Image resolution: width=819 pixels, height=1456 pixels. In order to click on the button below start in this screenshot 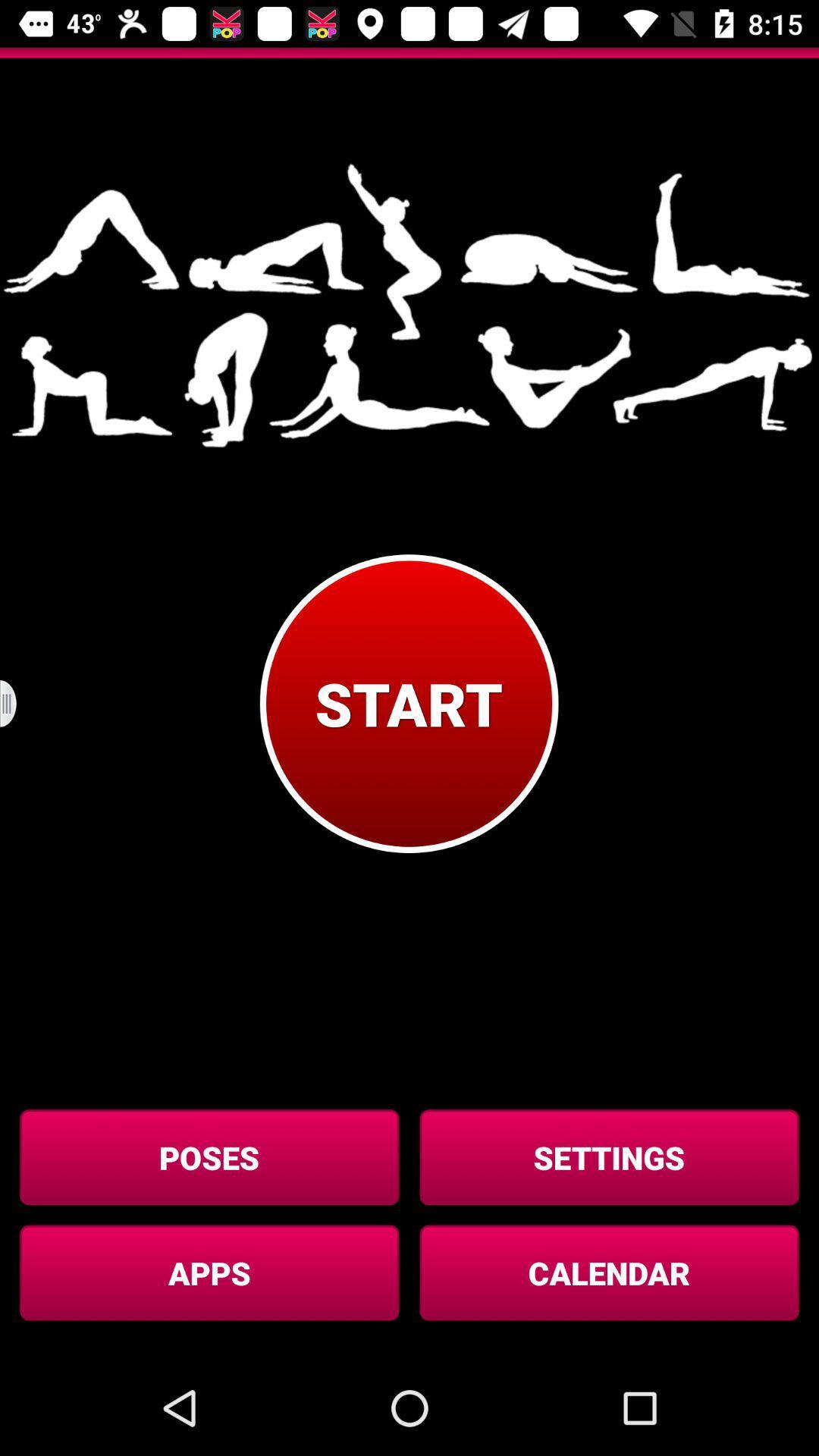, I will do `click(209, 1156)`.